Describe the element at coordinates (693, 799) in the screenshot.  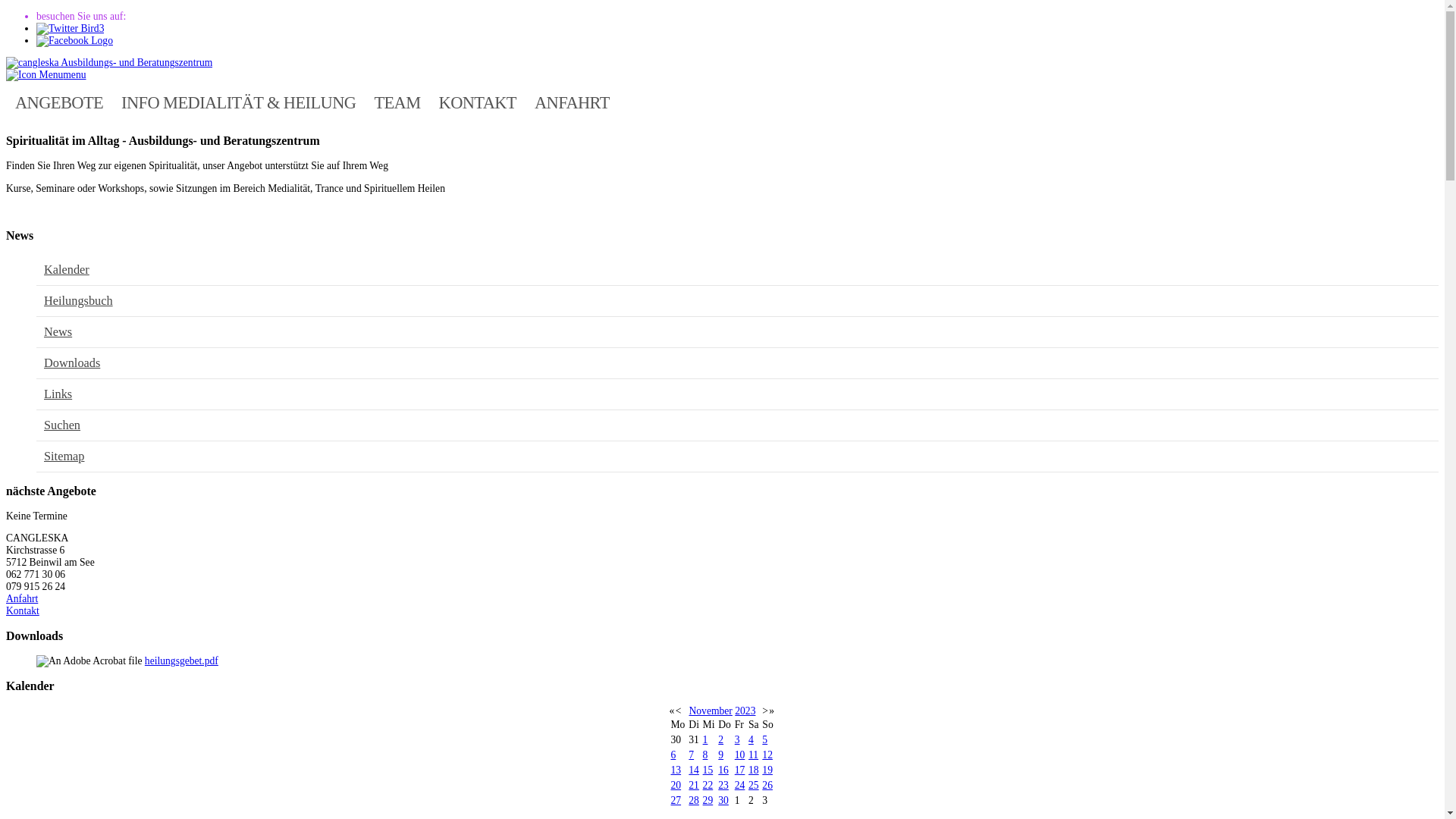
I see `'28'` at that location.